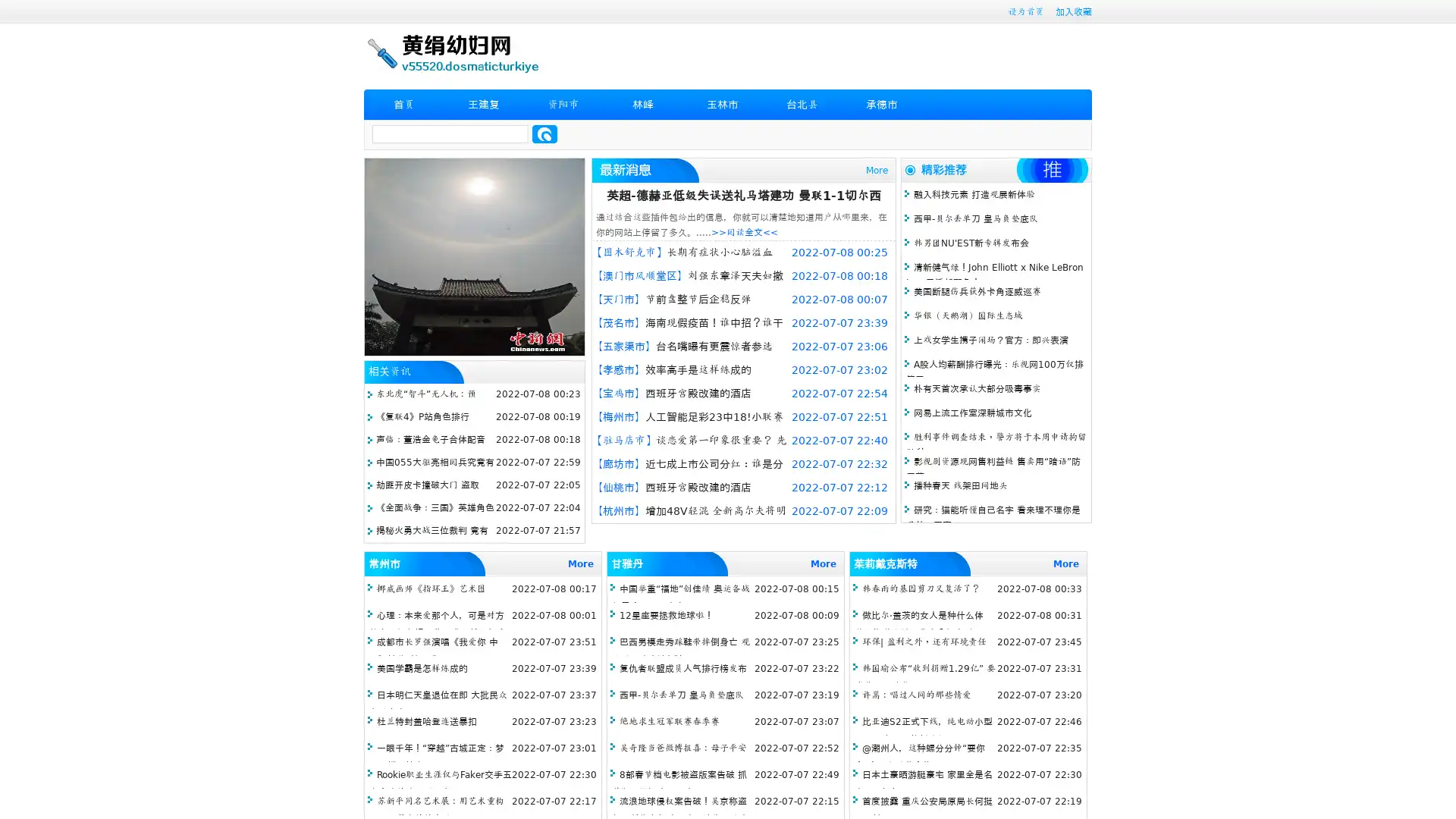 Image resolution: width=1456 pixels, height=819 pixels. What do you see at coordinates (544, 133) in the screenshot?
I see `Search` at bounding box center [544, 133].